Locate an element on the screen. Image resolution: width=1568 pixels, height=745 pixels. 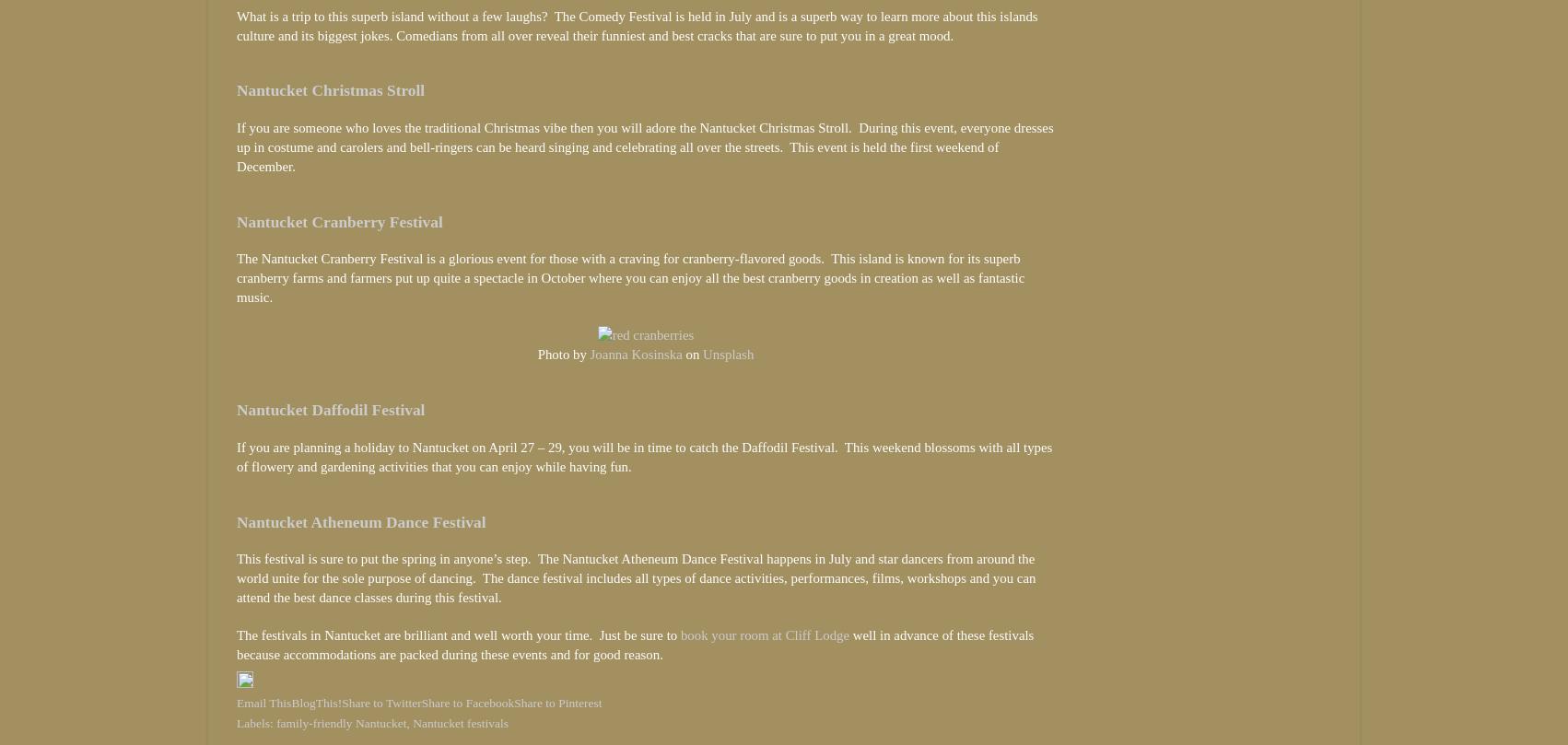
'Joanna Kosinska' is located at coordinates (635, 355).